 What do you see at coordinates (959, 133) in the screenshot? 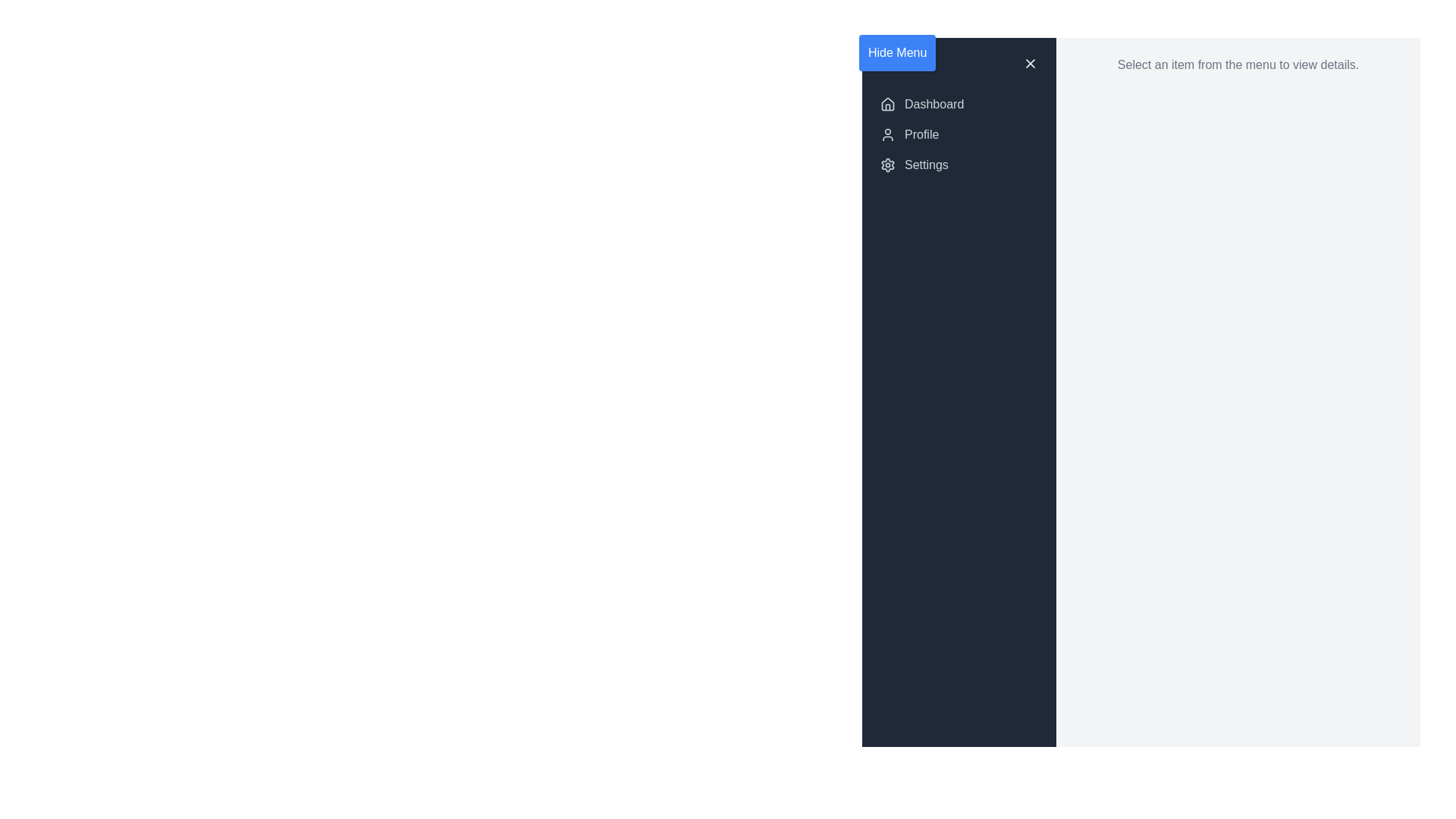
I see `the second item in the vertical navigation menu` at bounding box center [959, 133].